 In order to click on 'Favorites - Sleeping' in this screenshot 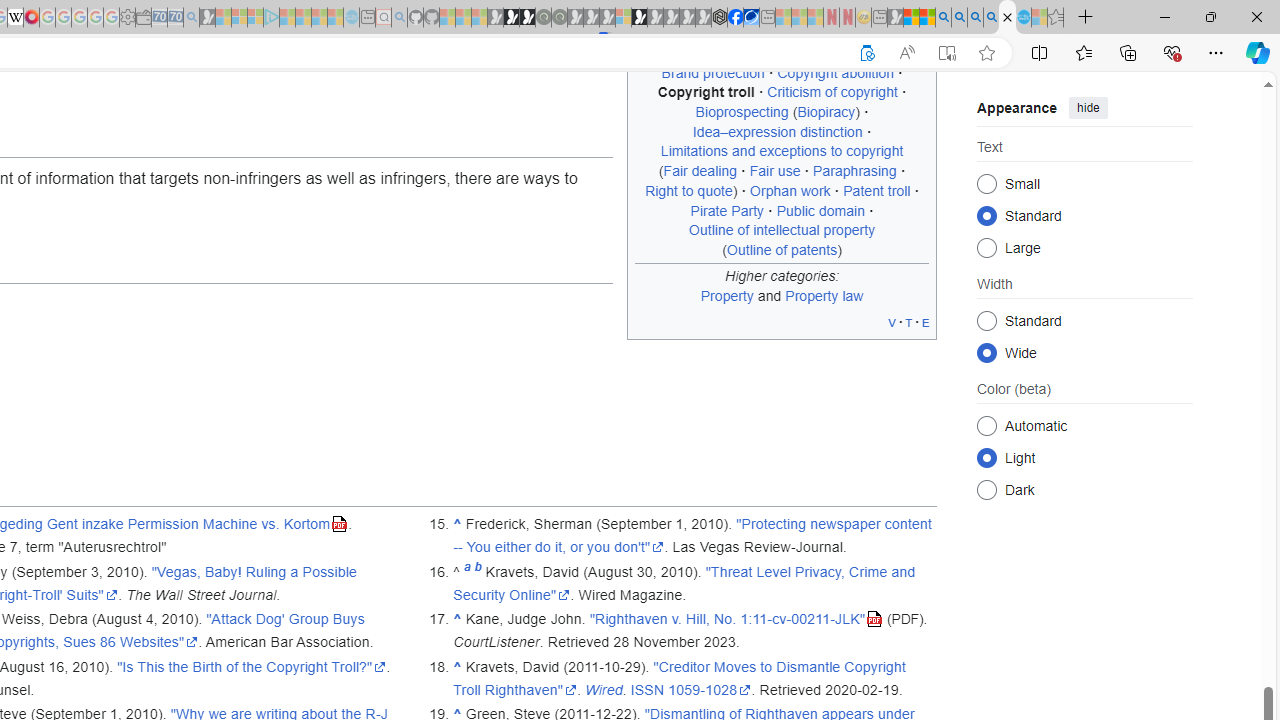, I will do `click(1055, 17)`.